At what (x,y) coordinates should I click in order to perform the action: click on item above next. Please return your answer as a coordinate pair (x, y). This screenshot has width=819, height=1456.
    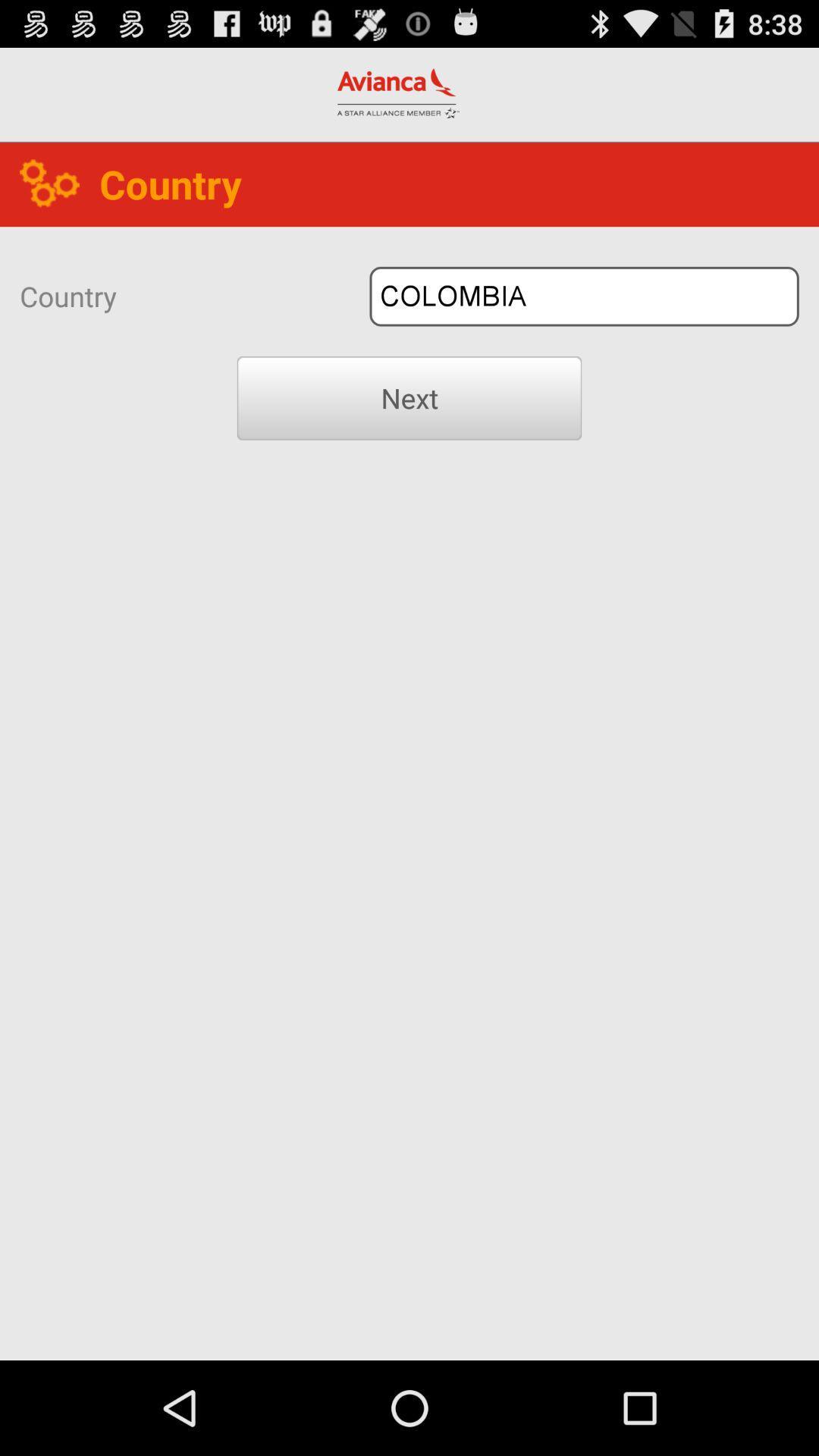
    Looking at the image, I should click on (583, 297).